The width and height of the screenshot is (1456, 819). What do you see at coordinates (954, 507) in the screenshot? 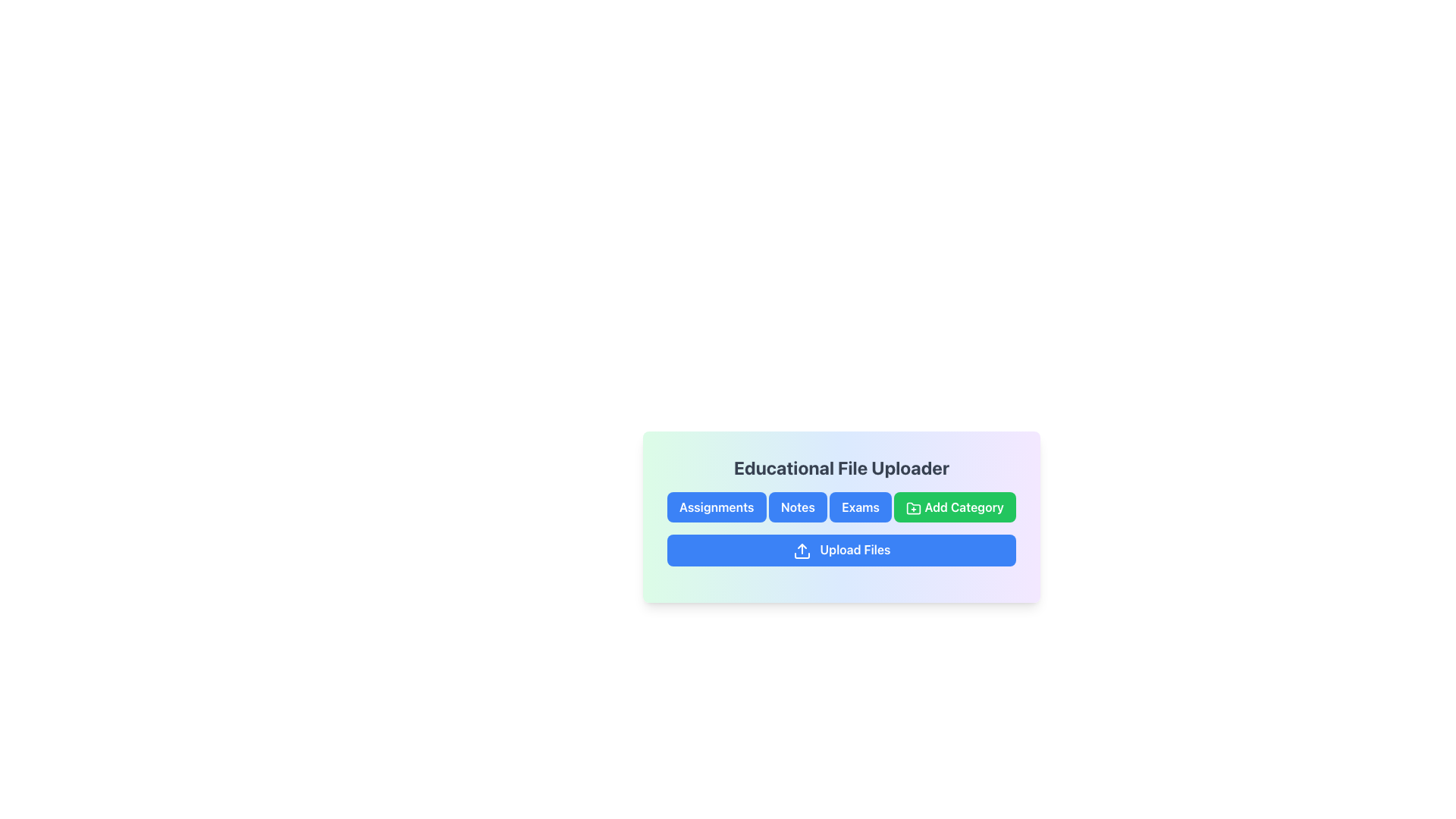
I see `the 'Add Category' button` at bounding box center [954, 507].